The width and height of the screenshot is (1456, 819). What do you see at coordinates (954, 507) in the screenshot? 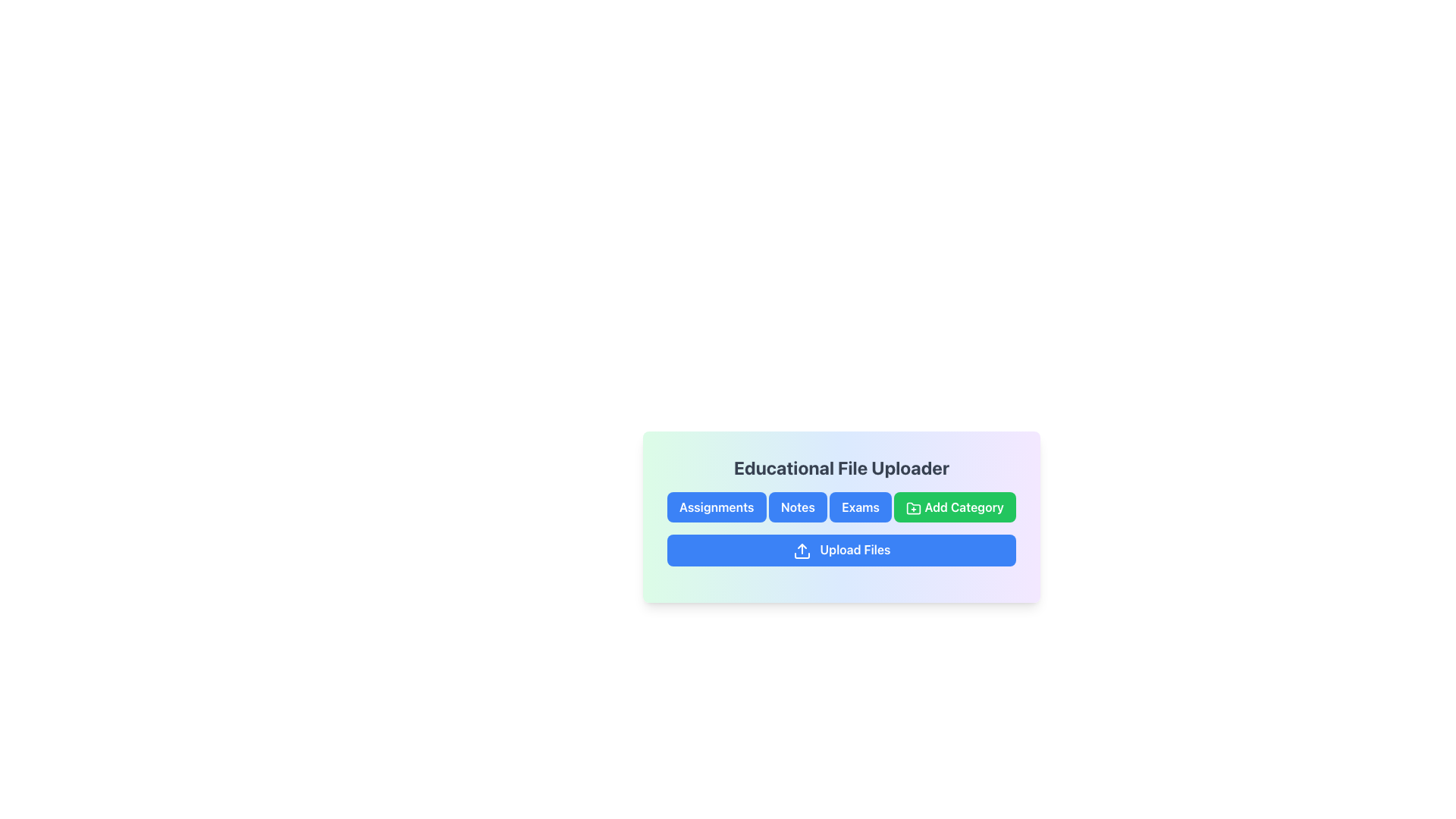
I see `the 'Add Category' button` at bounding box center [954, 507].